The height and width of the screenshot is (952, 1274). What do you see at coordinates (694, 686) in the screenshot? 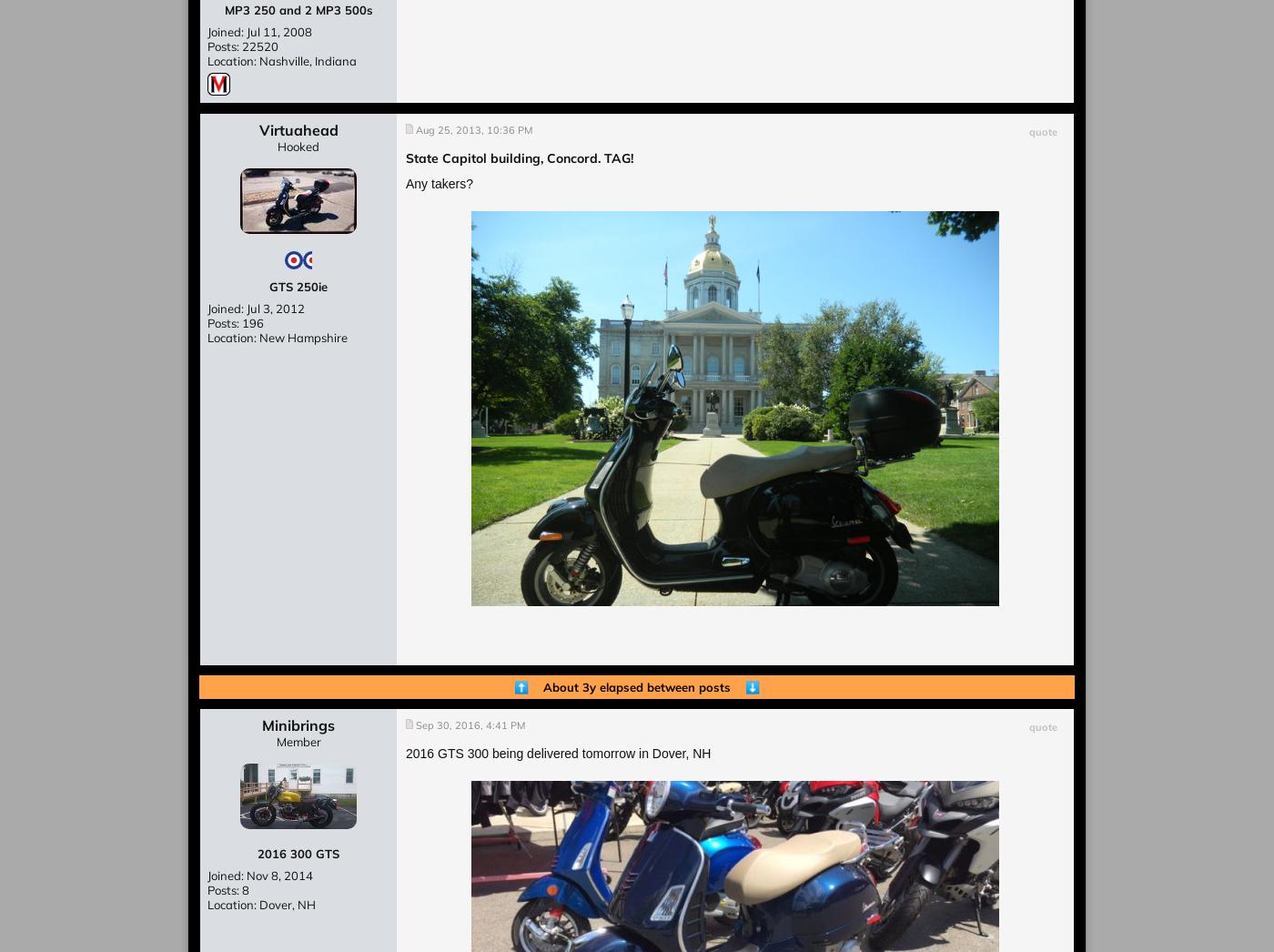
I see `'between posts'` at bounding box center [694, 686].